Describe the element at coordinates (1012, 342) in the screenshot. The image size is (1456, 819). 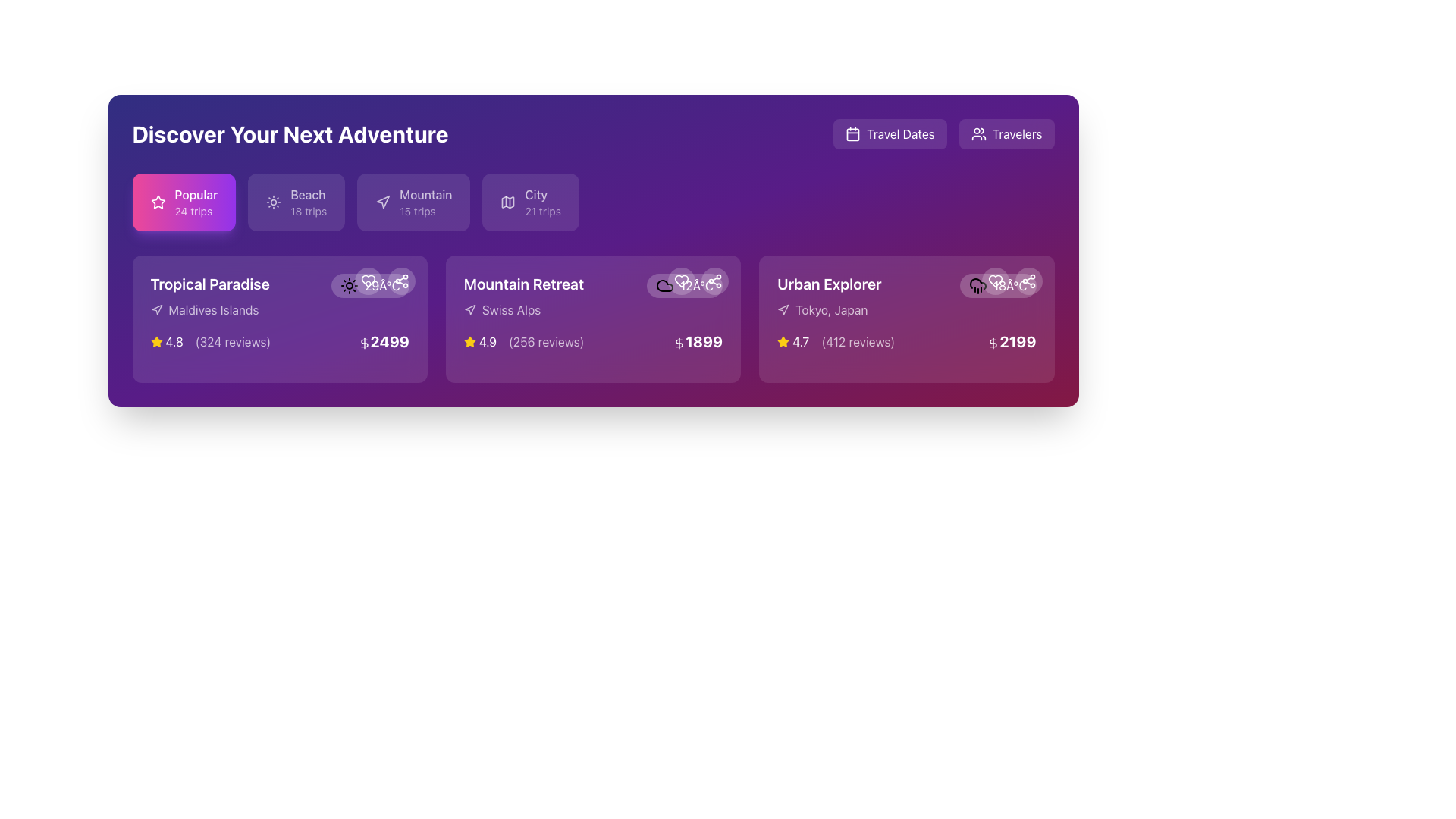
I see `price information indicated by the text label with a dollar sign icon located in the bottom-right corner of the third card under the 'Urban Explorer' section of the 'Discover Your Next Adventure' section` at that location.